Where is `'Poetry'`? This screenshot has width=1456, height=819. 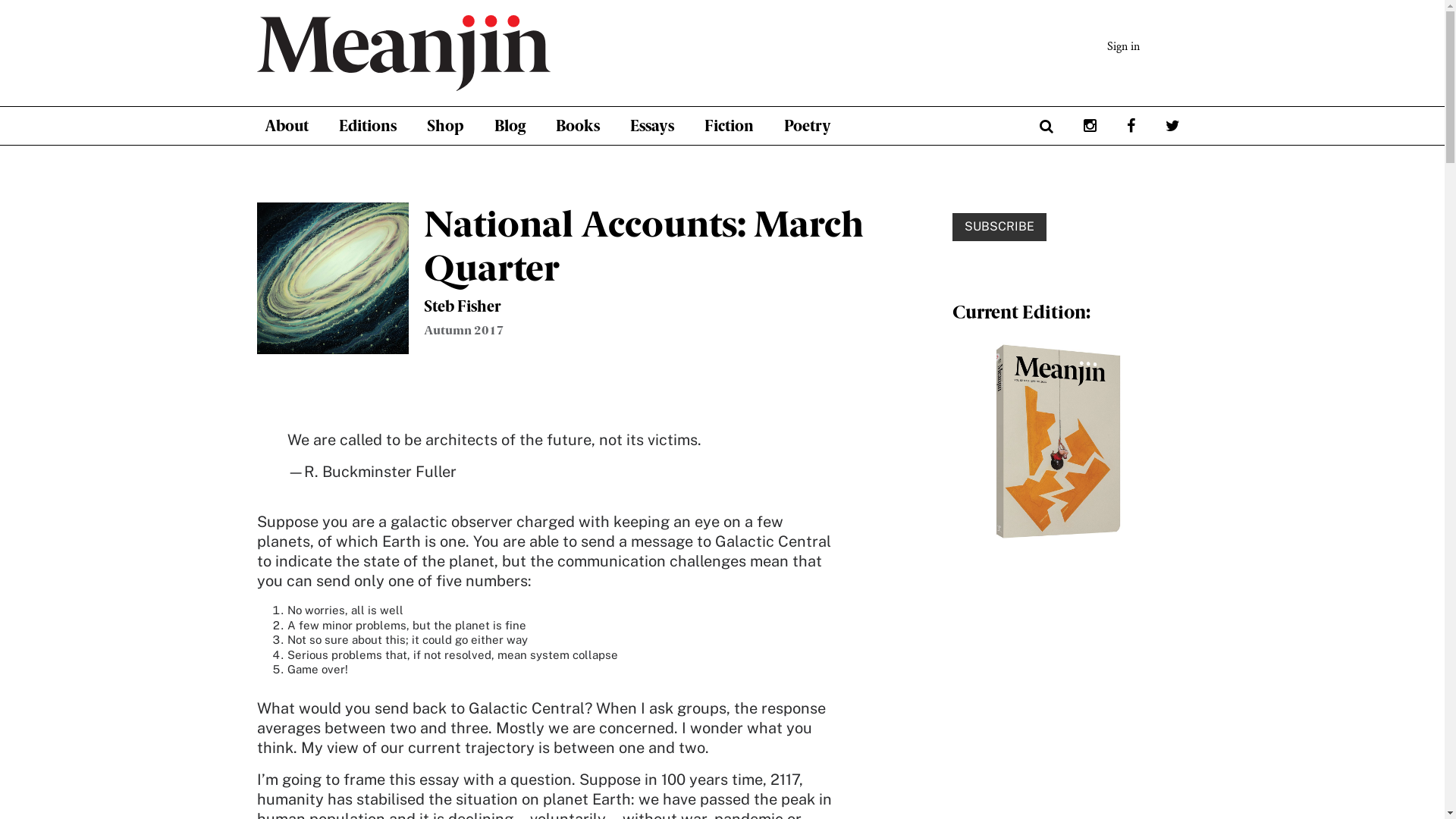 'Poetry' is located at coordinates (807, 124).